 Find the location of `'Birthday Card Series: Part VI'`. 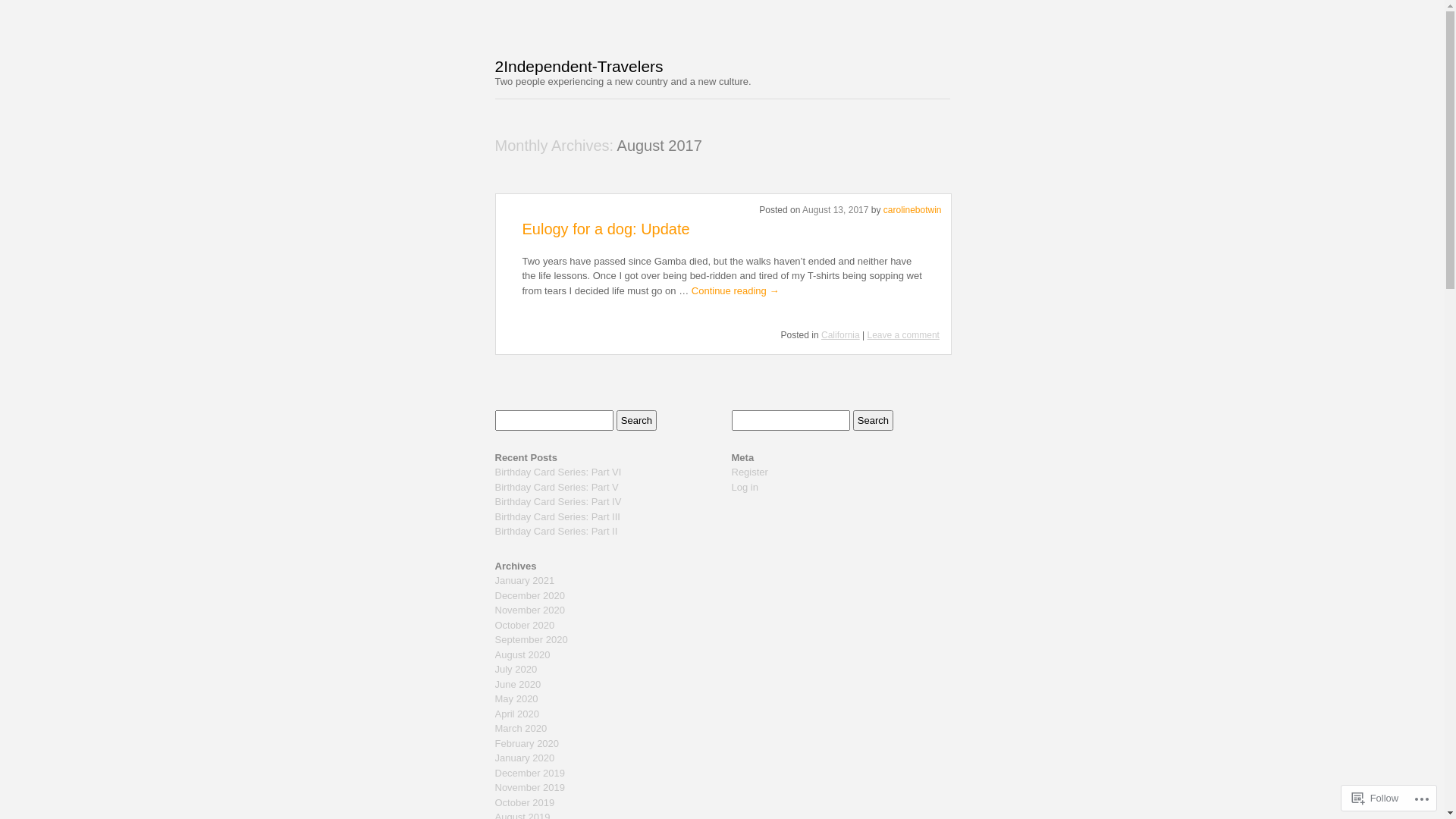

'Birthday Card Series: Part VI' is located at coordinates (494, 471).